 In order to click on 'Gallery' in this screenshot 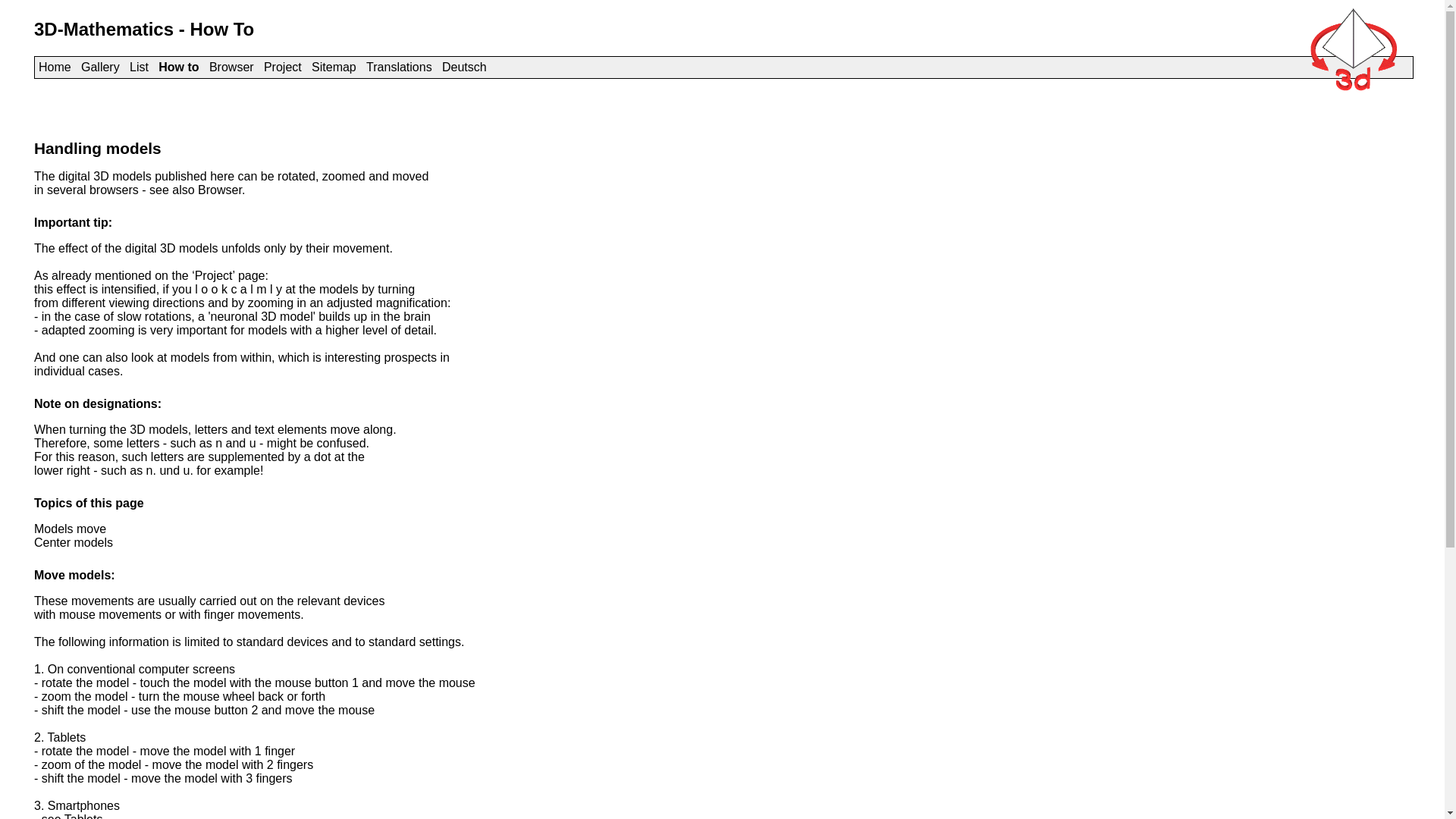, I will do `click(99, 66)`.